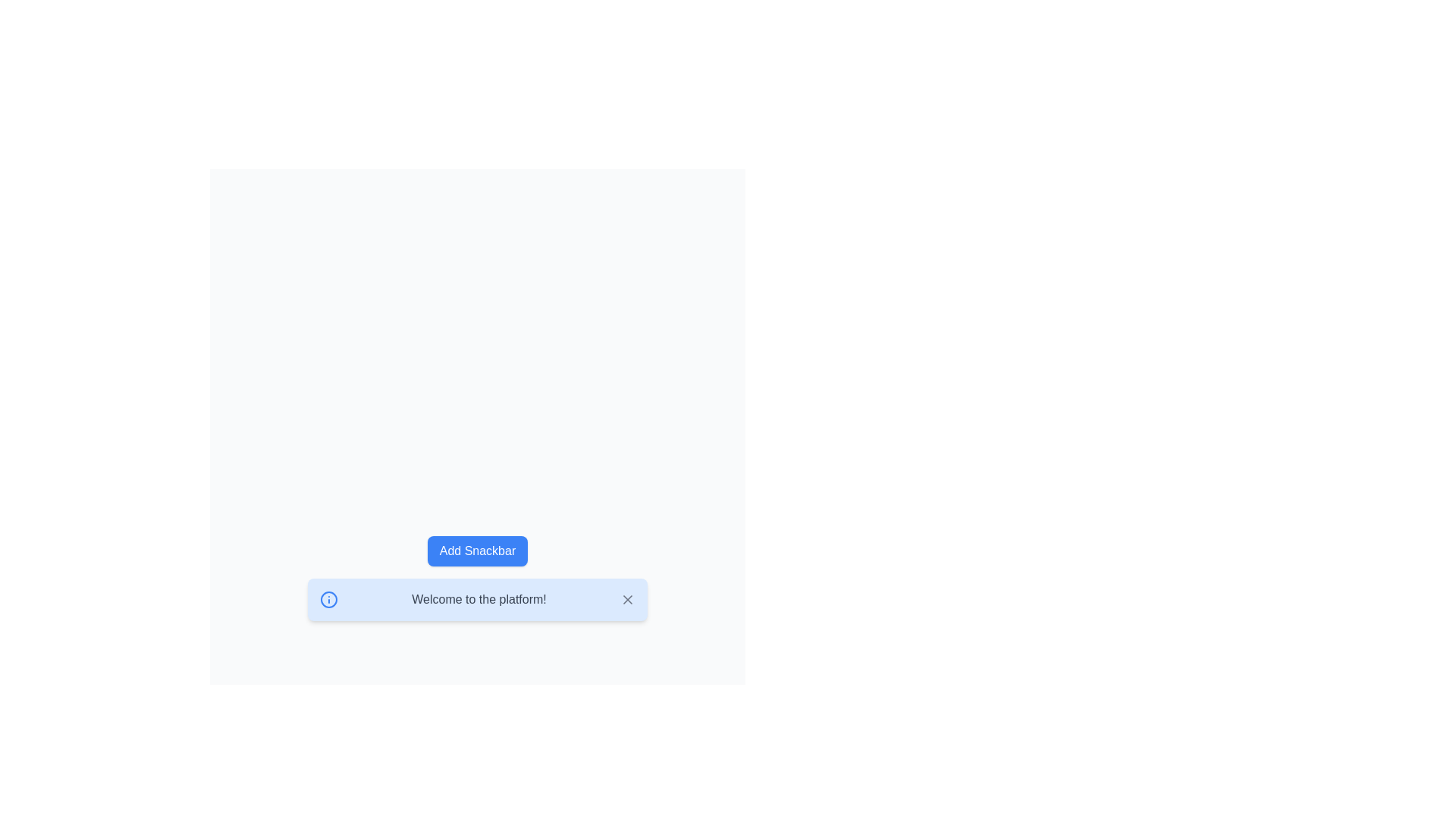 This screenshot has width=1456, height=819. I want to click on the 'Add Snackbar' button to add a new snackbar notification, so click(476, 551).